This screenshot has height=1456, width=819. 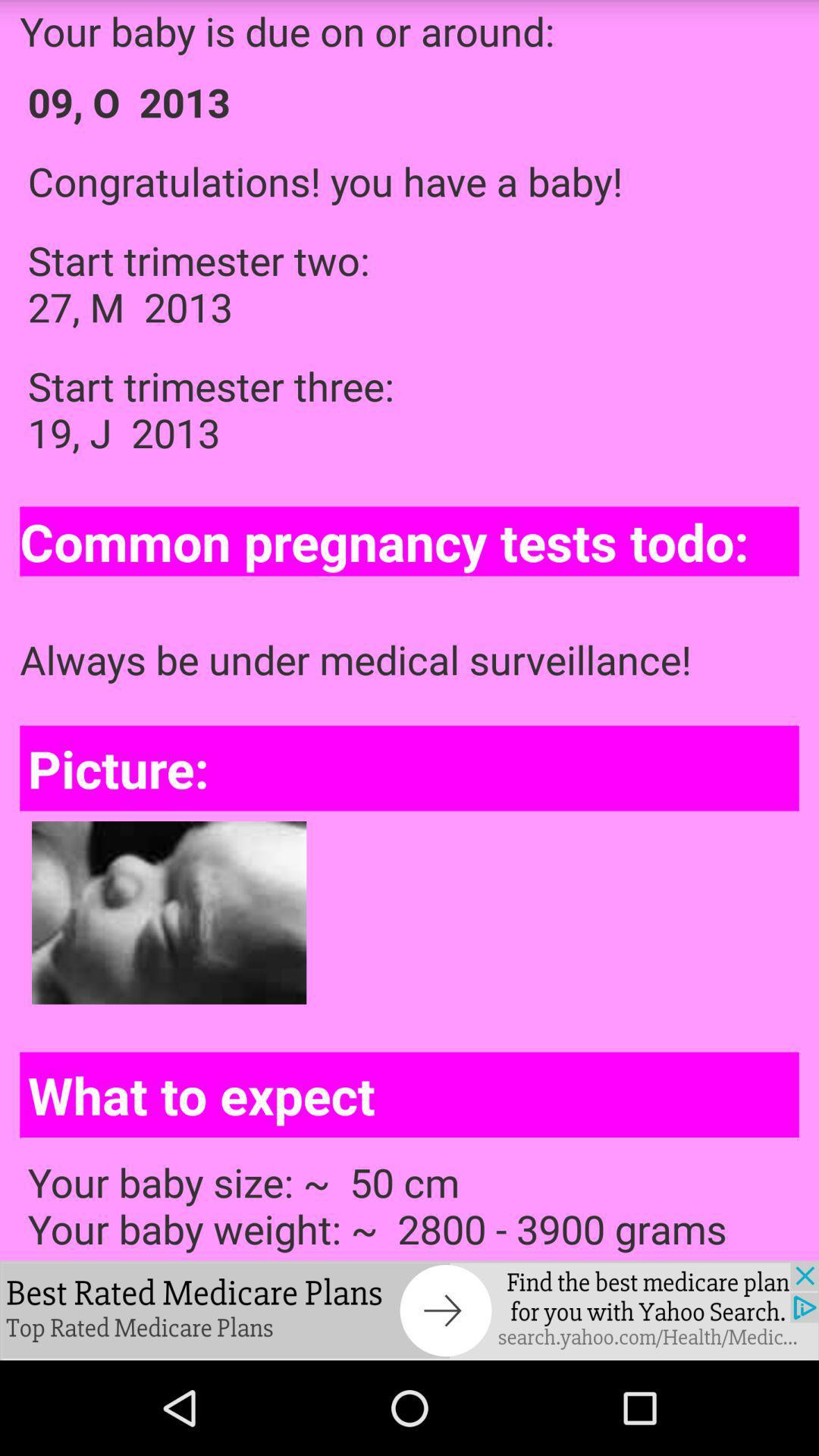 What do you see at coordinates (169, 912) in the screenshot?
I see `the photo which is above what to expect on the page` at bounding box center [169, 912].